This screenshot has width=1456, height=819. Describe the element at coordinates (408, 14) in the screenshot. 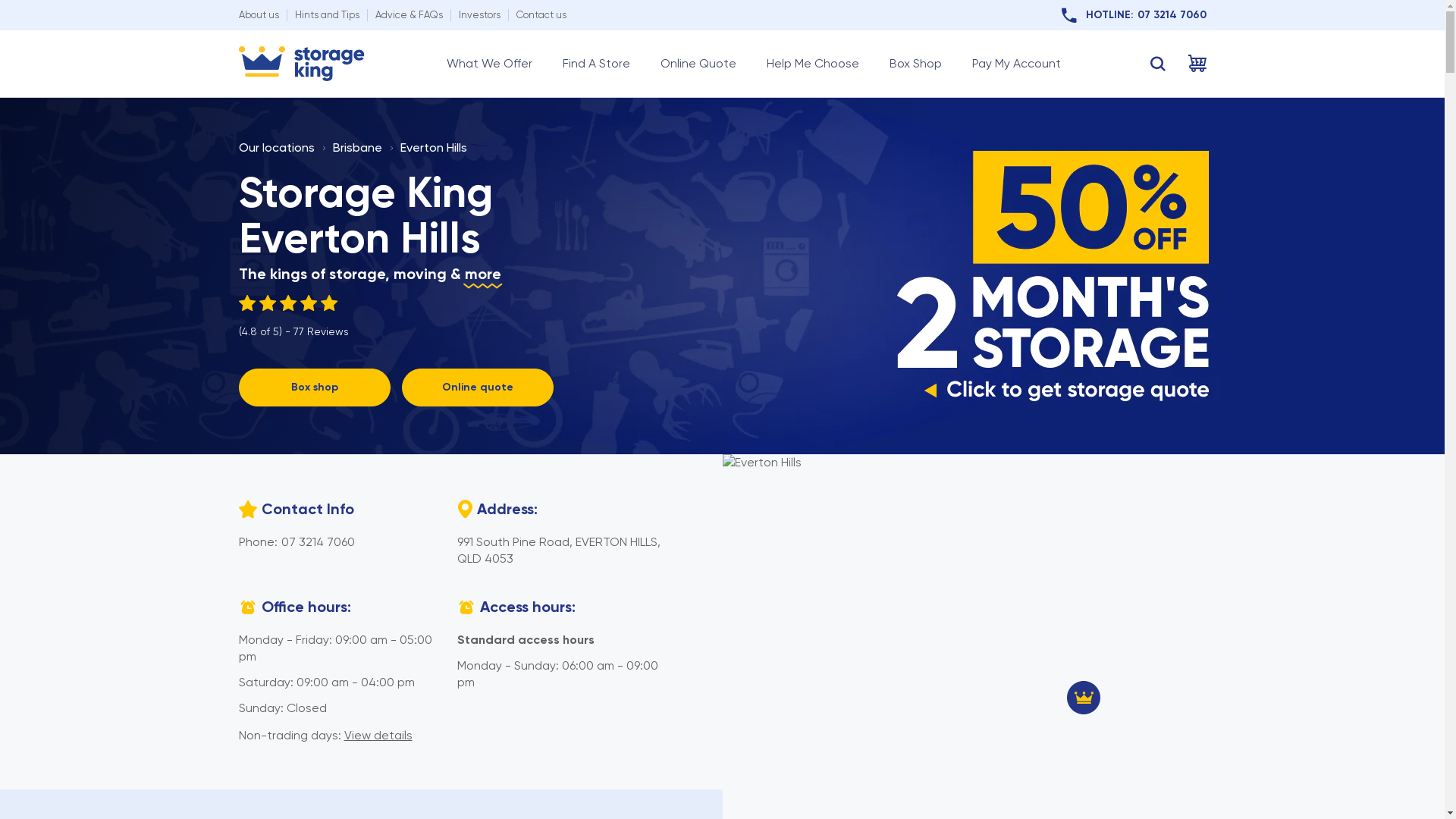

I see `'Advice & FAQs'` at that location.